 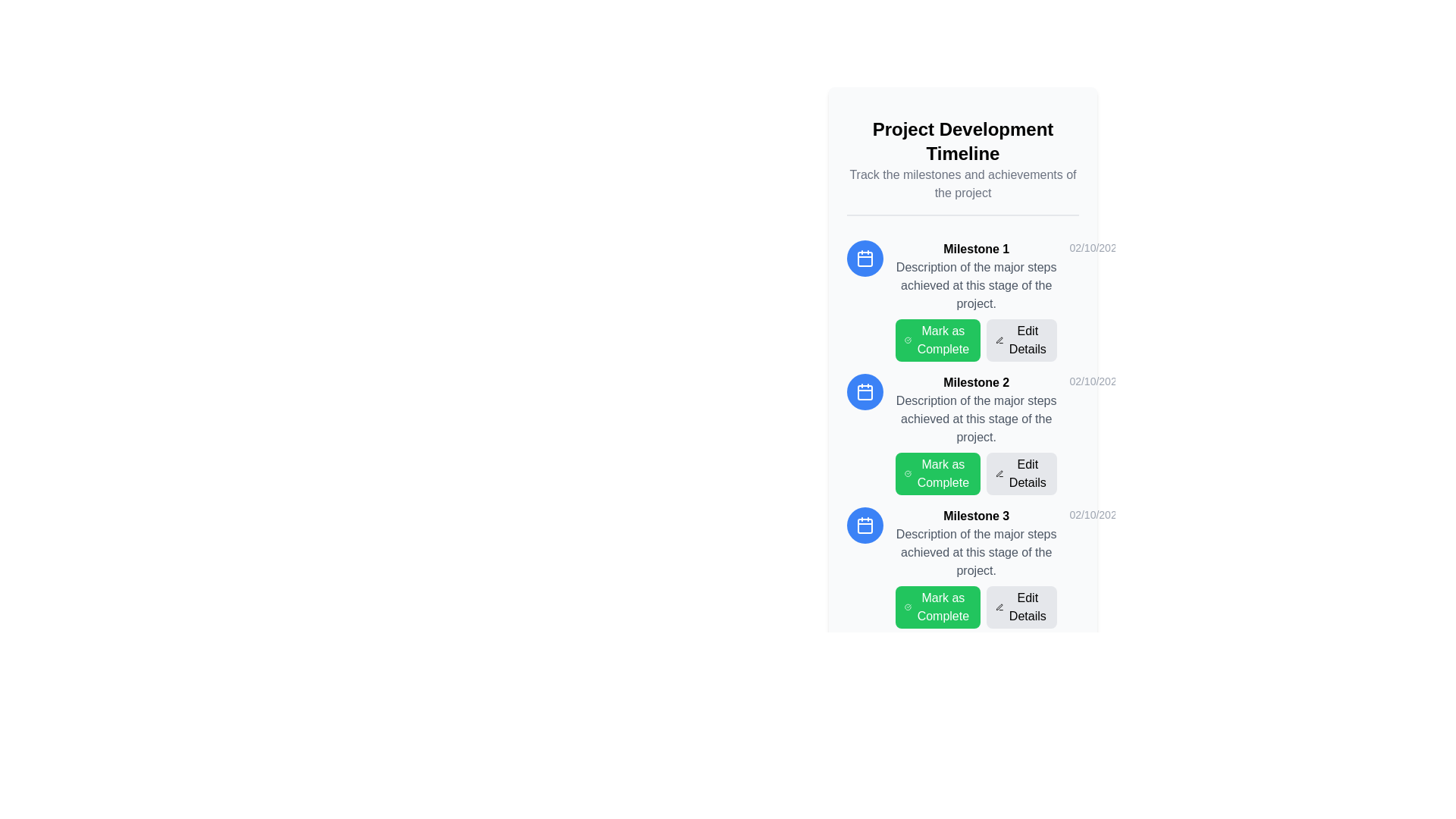 I want to click on the Icon Button labeled 'Edit Details' in the 'Milestone 3' section, which signifies an editing functionality, so click(x=999, y=607).